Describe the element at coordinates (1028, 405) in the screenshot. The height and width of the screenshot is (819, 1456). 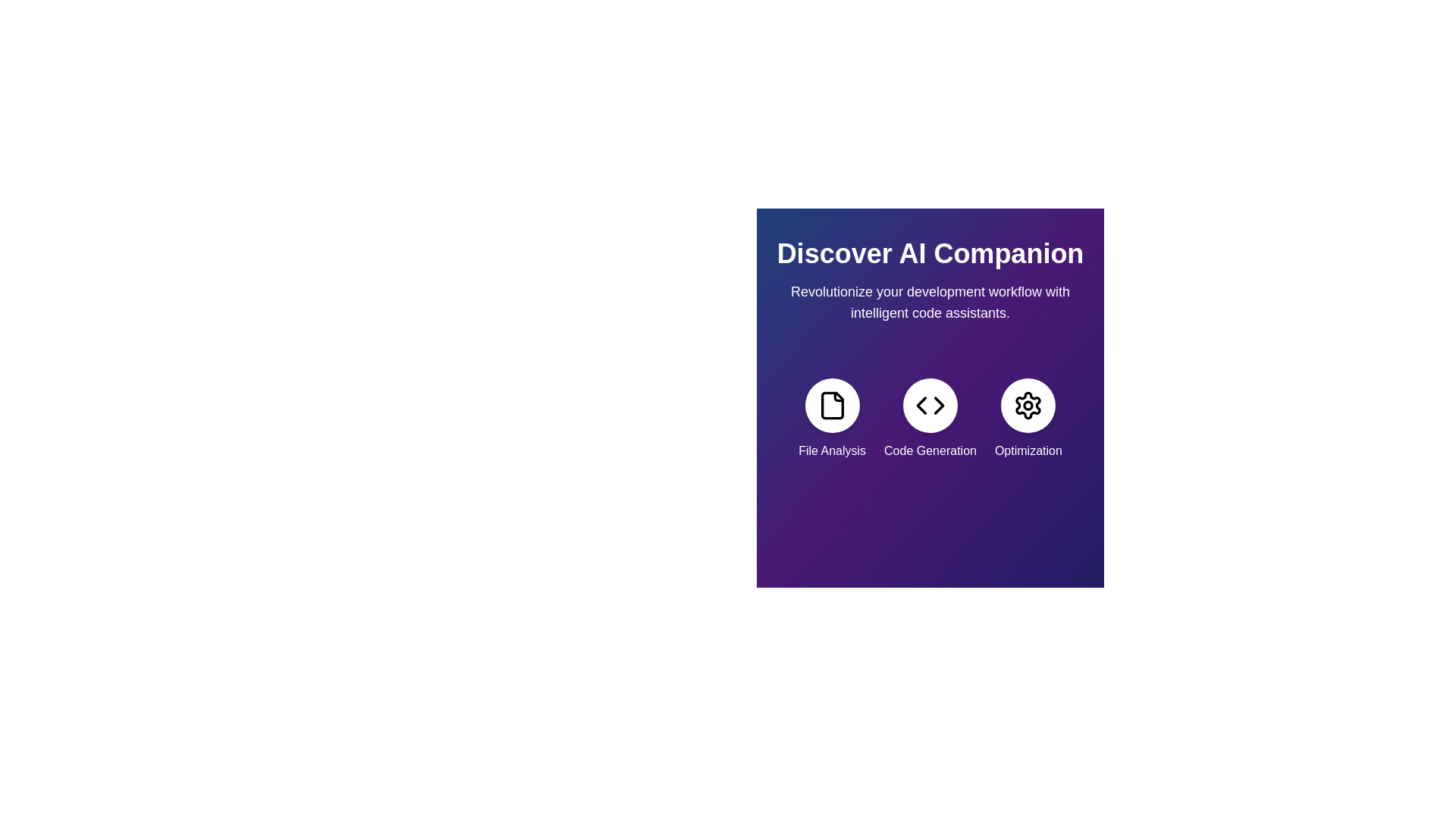
I see `the 'Optimization' button, which is the third button in a row under the 'Discover AI Companion' header, featuring a gear icon` at that location.